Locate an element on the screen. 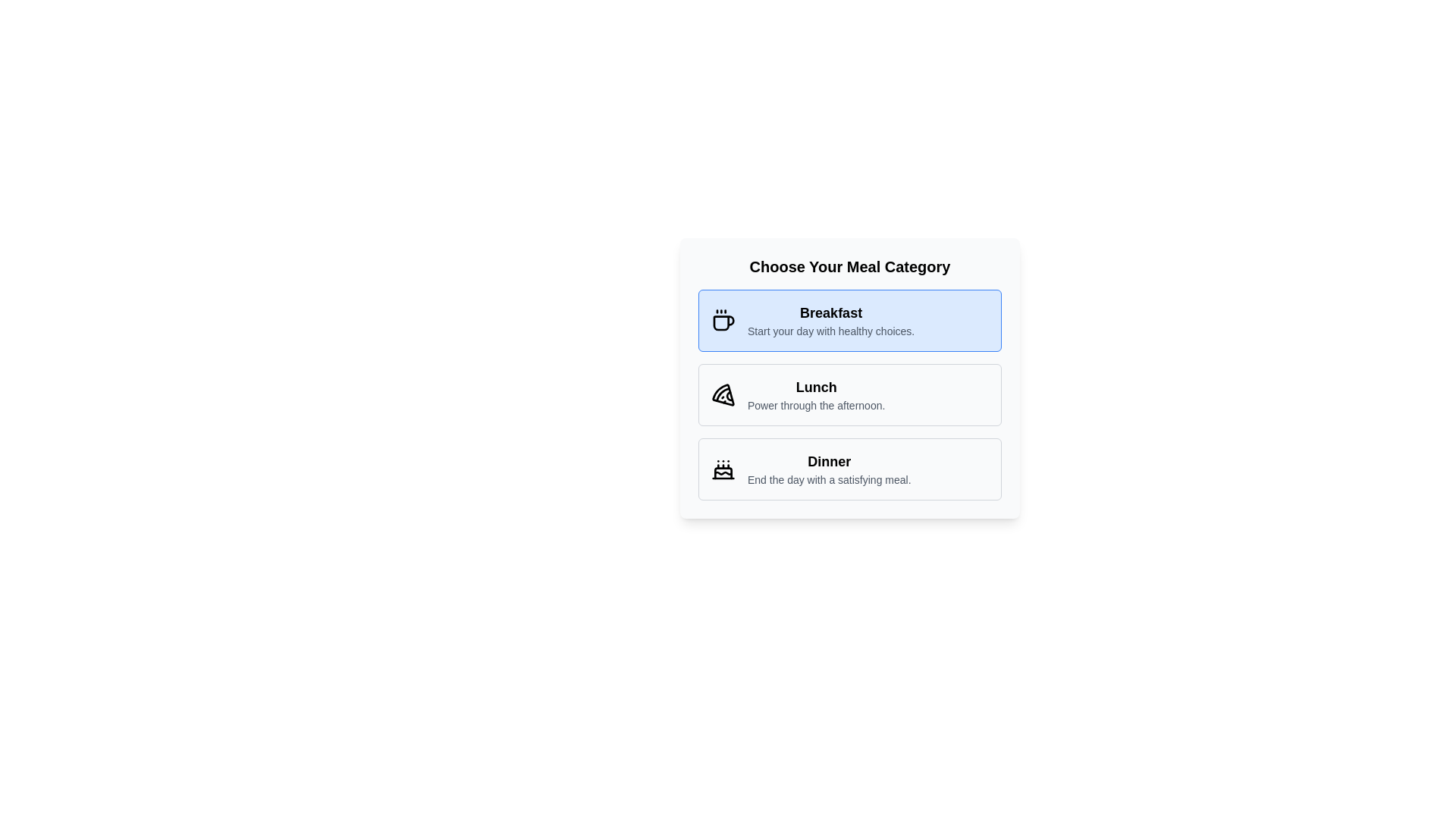 The height and width of the screenshot is (819, 1456). the icon area nearby the pizza slice icon representing the Lunch category is located at coordinates (730, 395).